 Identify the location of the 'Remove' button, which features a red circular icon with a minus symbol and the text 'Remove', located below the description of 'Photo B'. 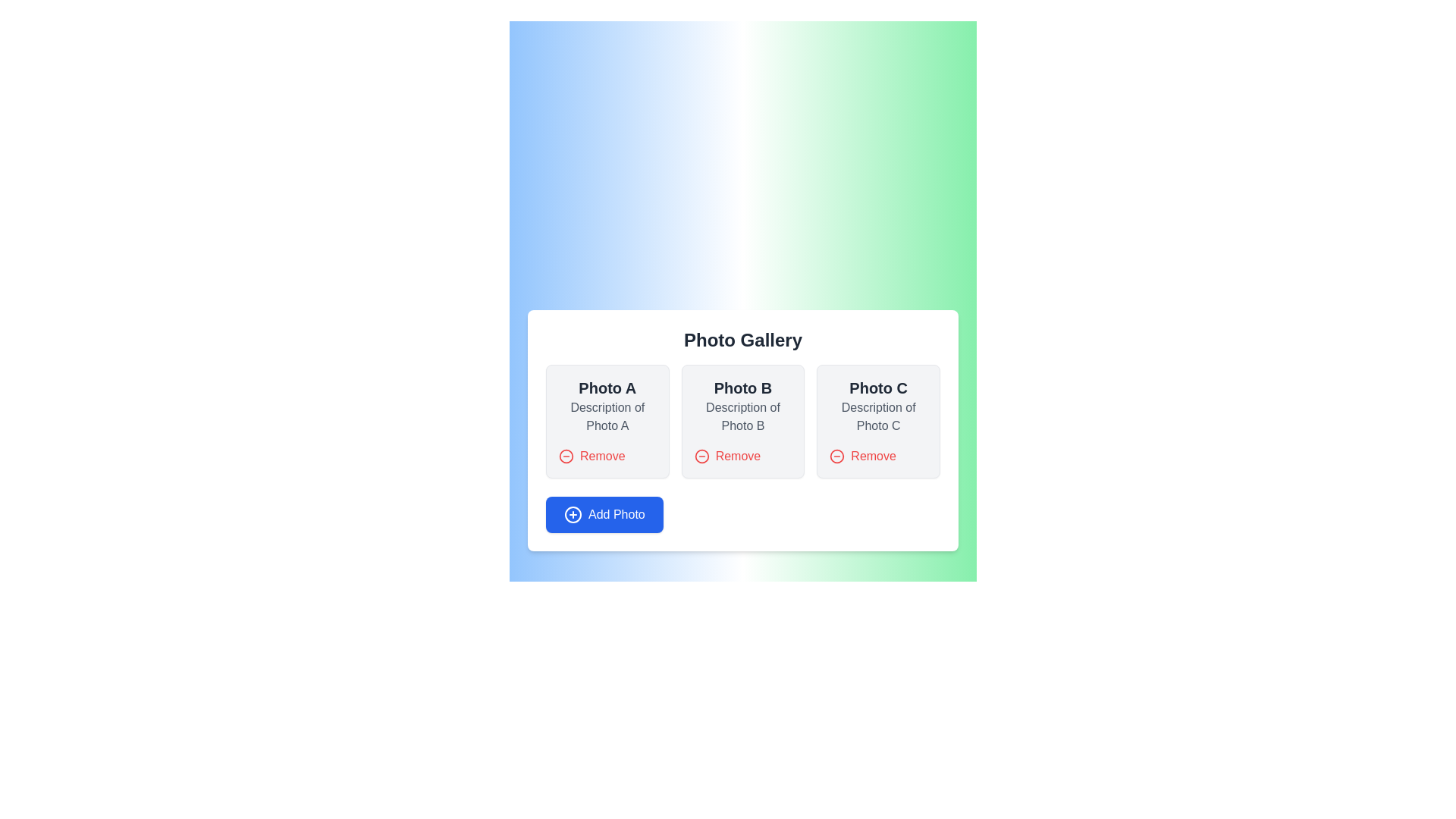
(726, 455).